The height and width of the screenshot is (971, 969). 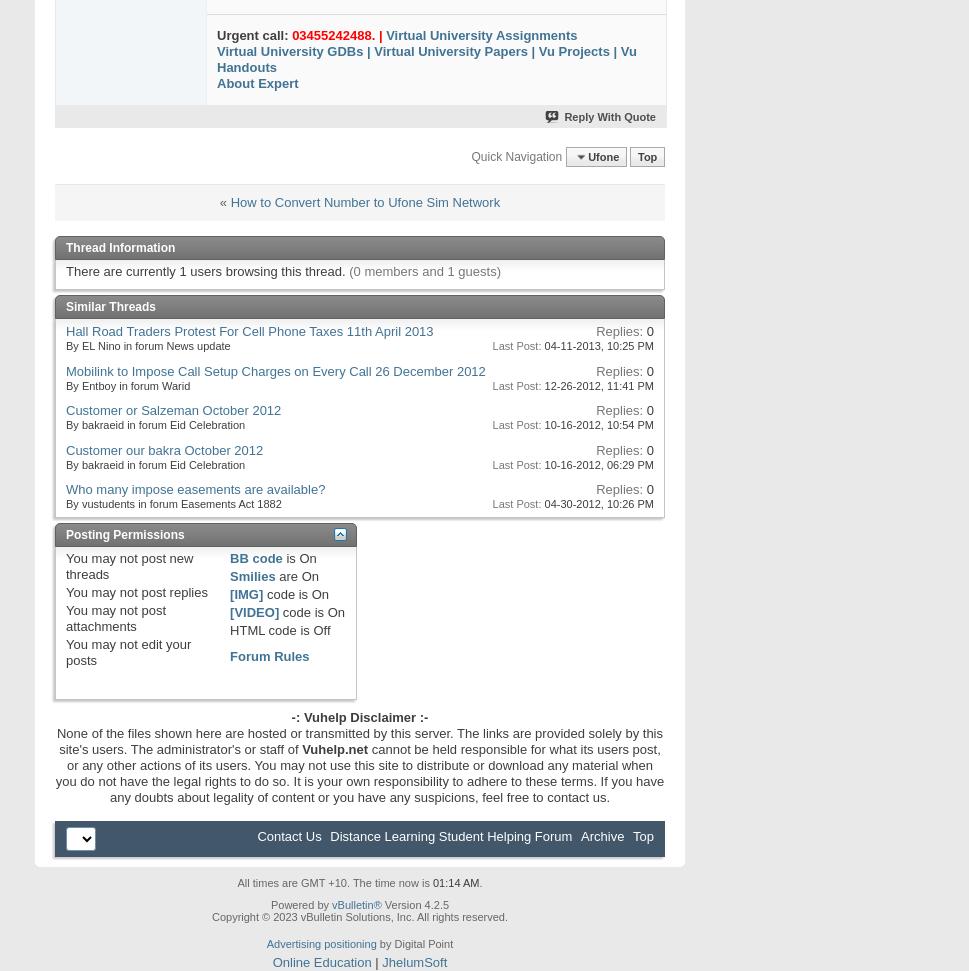 What do you see at coordinates (248, 331) in the screenshot?
I see `'Hall Road Traders Protest For Cell Phone Taxes 11th April 2013'` at bounding box center [248, 331].